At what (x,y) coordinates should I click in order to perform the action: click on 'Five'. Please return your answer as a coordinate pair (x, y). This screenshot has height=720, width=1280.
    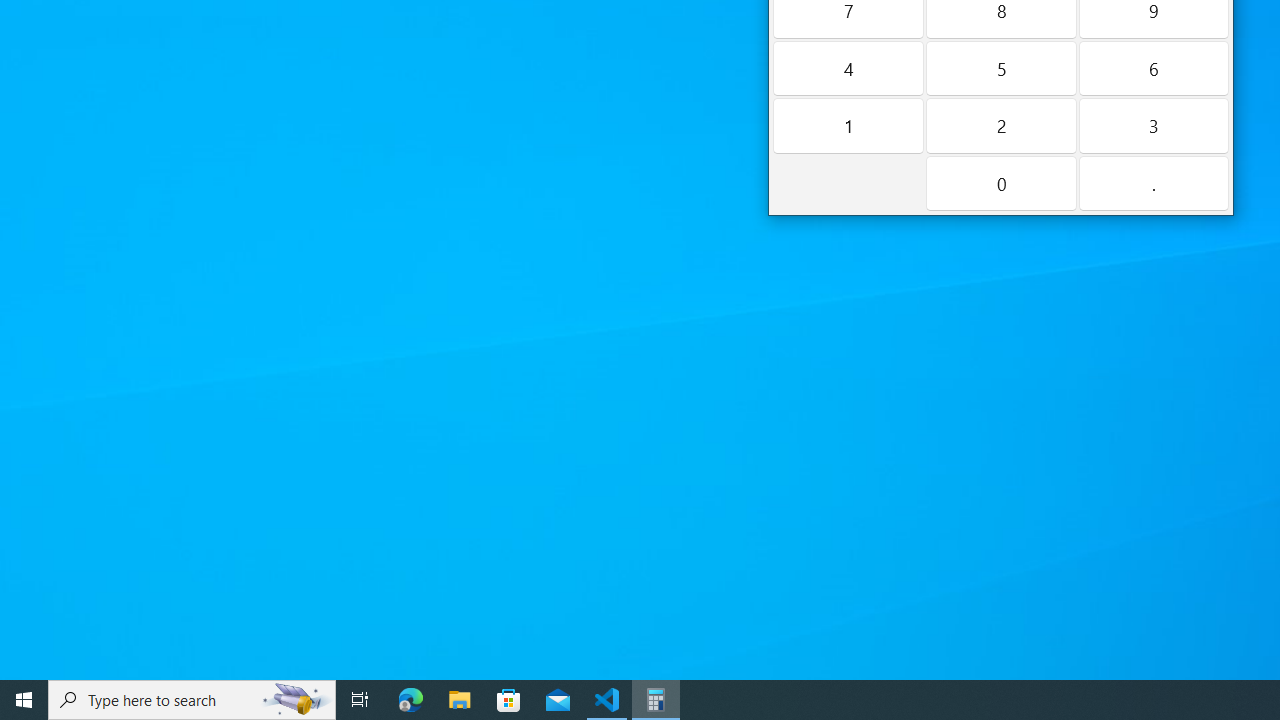
    Looking at the image, I should click on (1000, 67).